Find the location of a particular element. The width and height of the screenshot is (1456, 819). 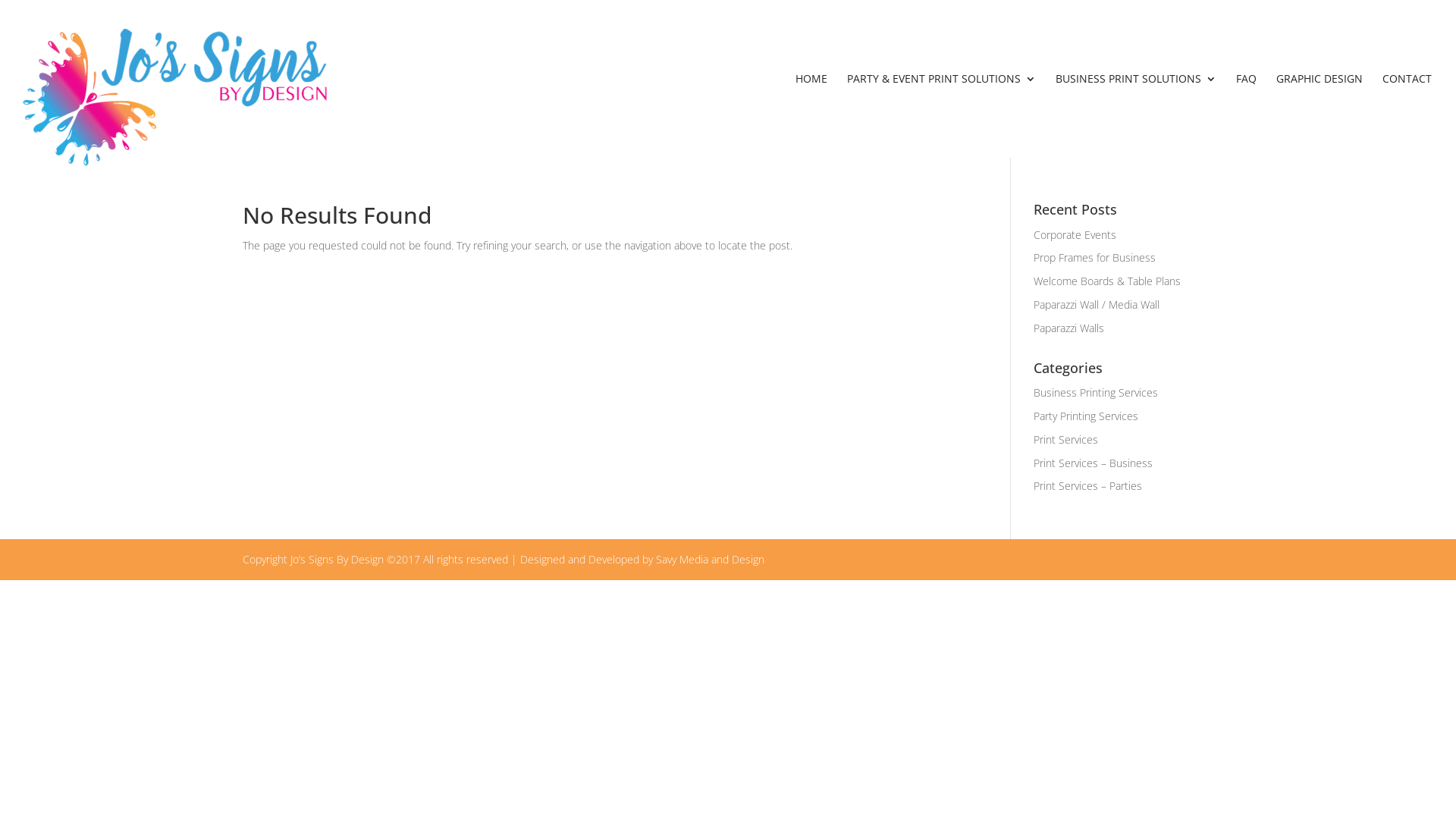

'Corporate Events' is located at coordinates (1074, 234).